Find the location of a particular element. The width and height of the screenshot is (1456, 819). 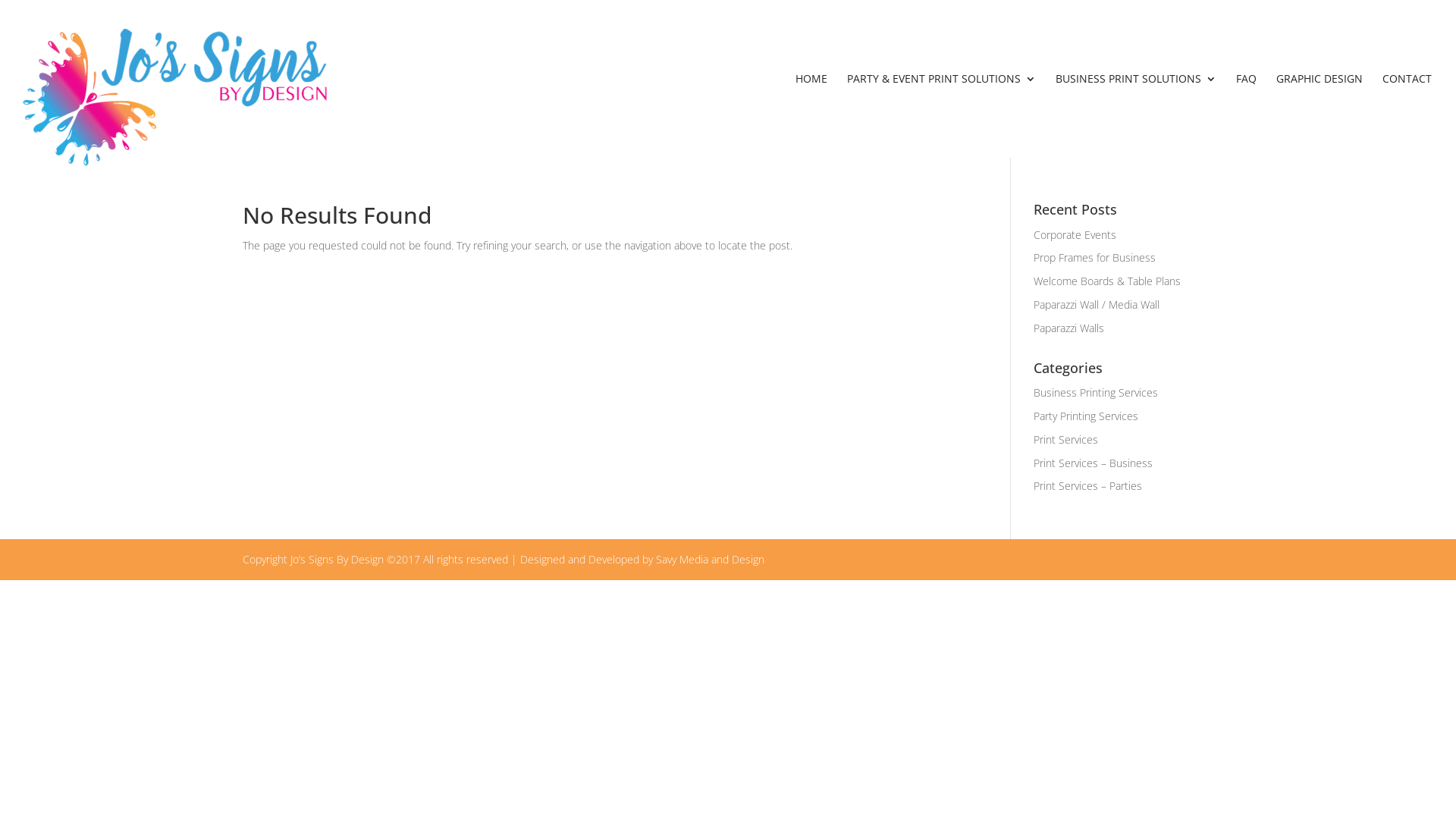

'Corporate Events' is located at coordinates (1074, 234).